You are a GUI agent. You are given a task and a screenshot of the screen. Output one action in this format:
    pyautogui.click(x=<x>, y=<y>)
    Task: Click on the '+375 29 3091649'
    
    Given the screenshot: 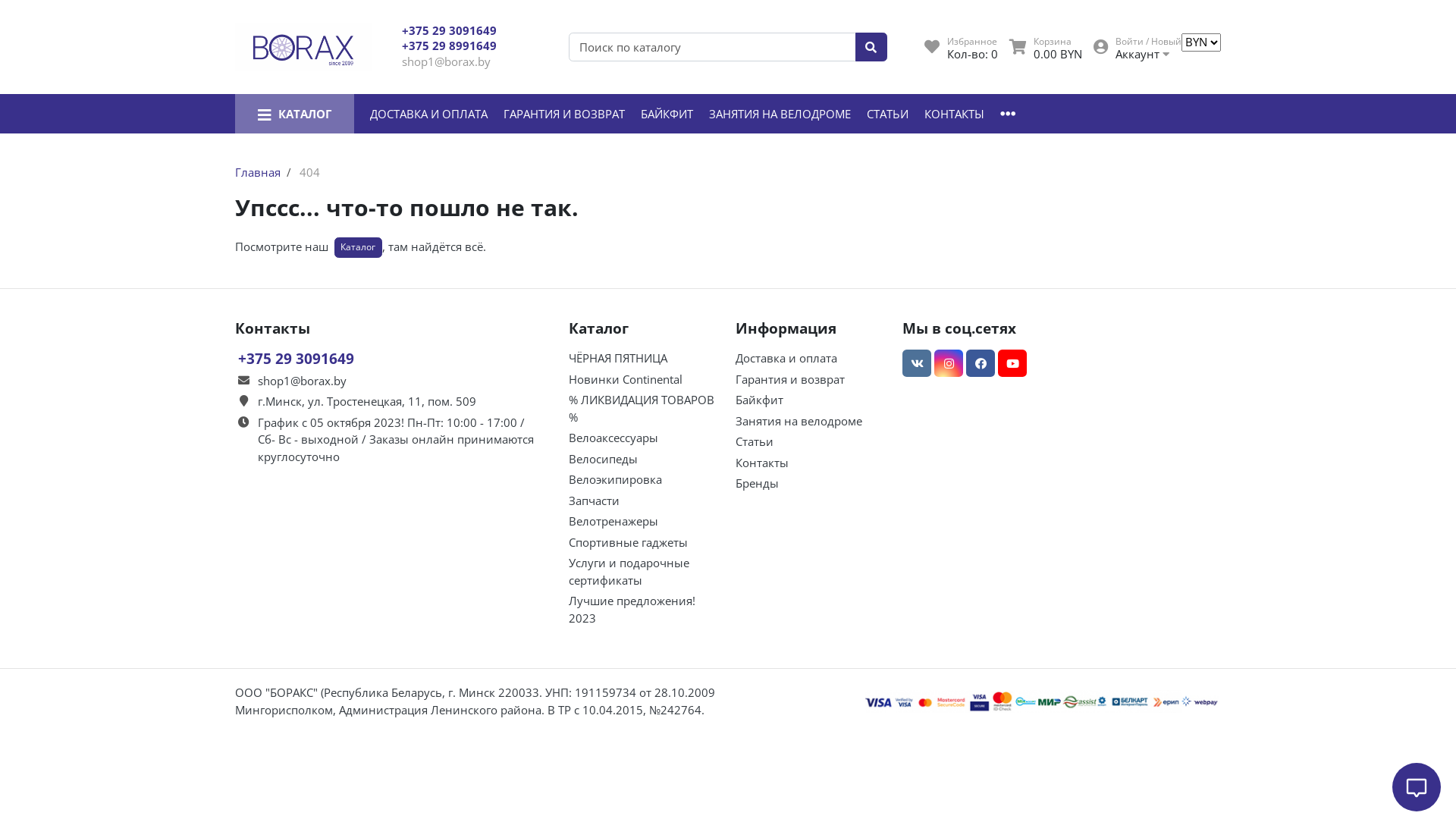 What is the action you would take?
    pyautogui.click(x=448, y=30)
    